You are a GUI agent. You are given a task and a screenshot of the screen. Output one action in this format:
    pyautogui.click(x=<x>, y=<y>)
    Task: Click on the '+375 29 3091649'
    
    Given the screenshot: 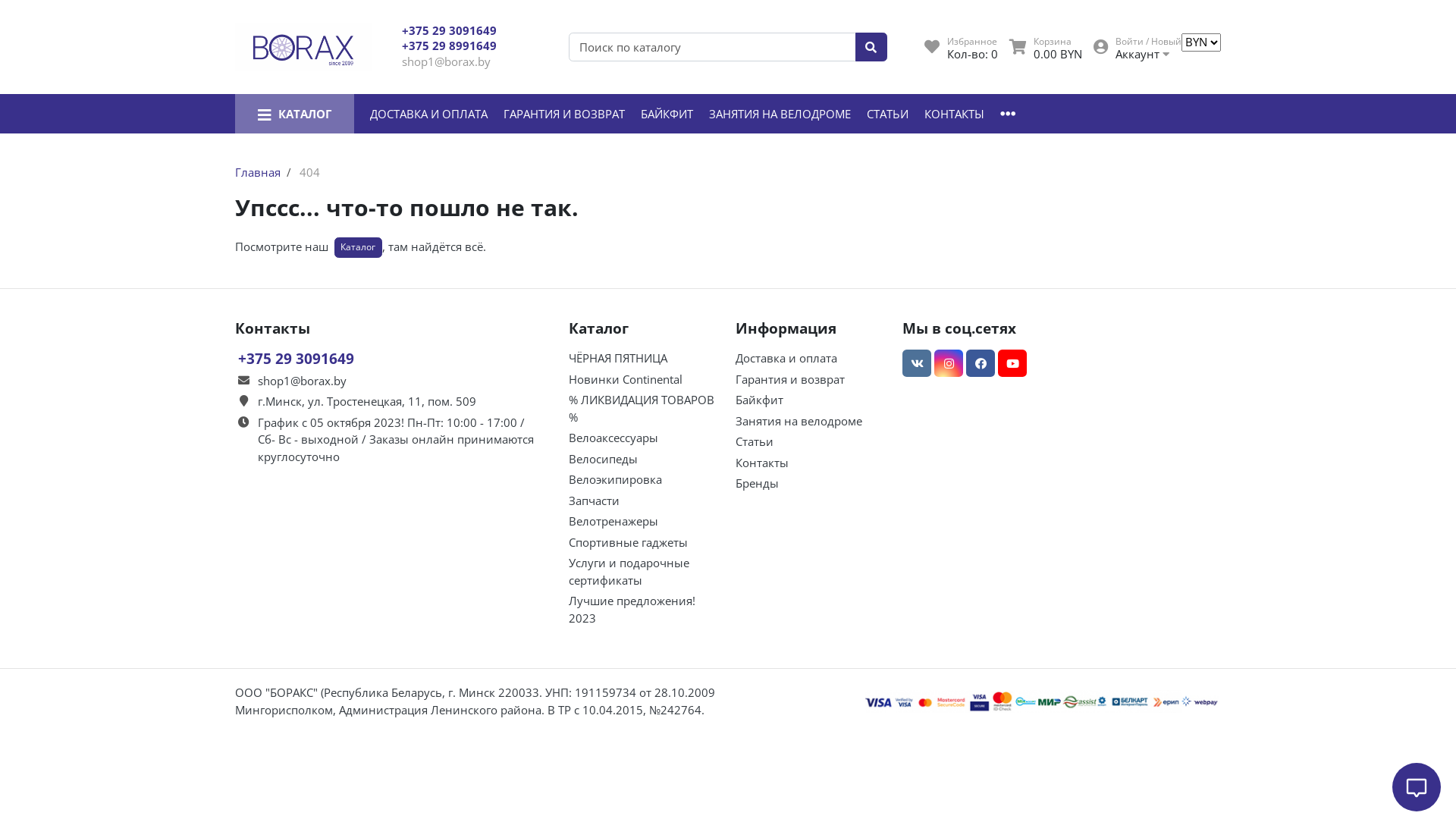 What is the action you would take?
    pyautogui.click(x=448, y=30)
    